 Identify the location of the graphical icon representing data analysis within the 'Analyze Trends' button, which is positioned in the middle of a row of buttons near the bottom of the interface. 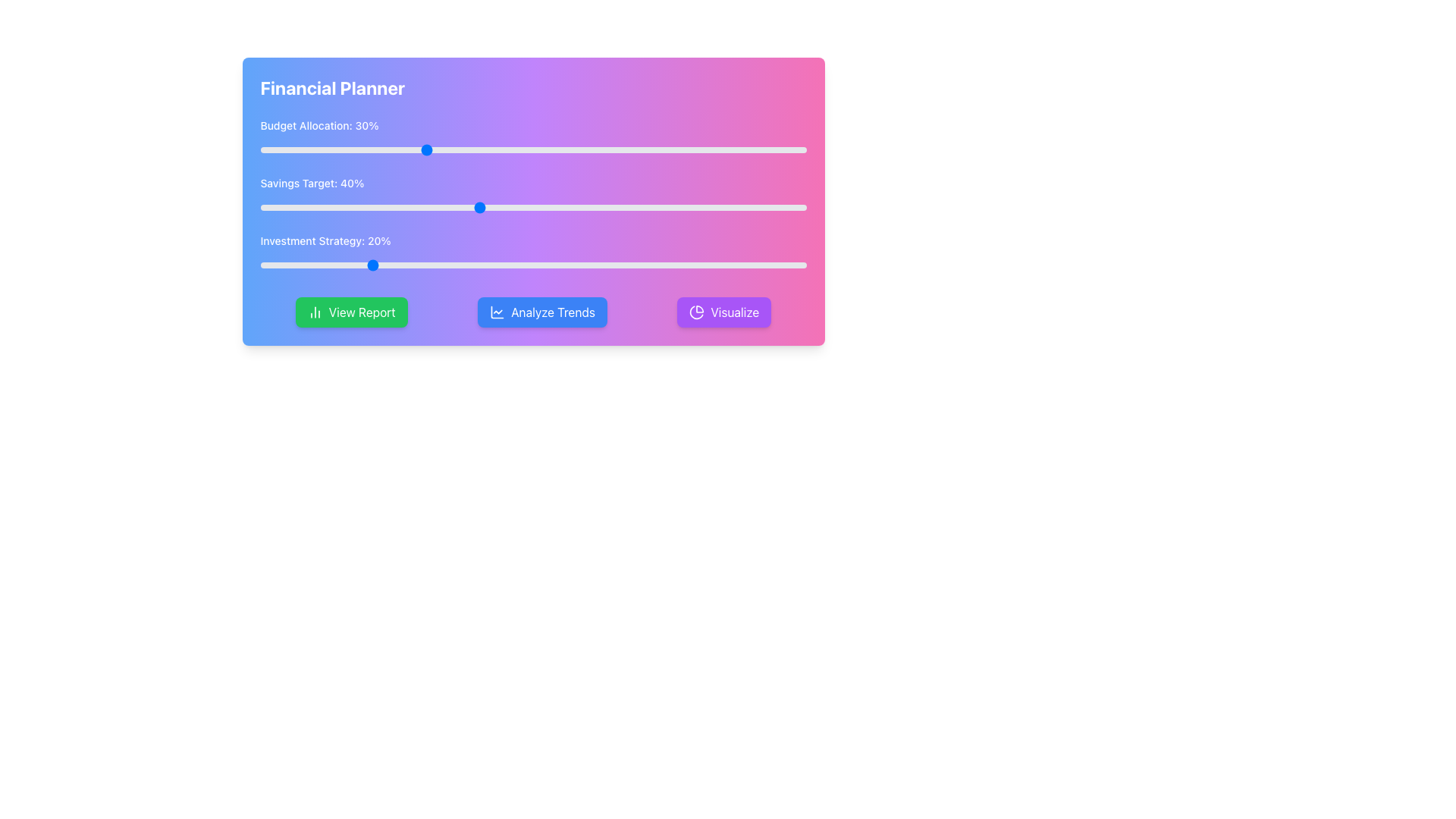
(497, 312).